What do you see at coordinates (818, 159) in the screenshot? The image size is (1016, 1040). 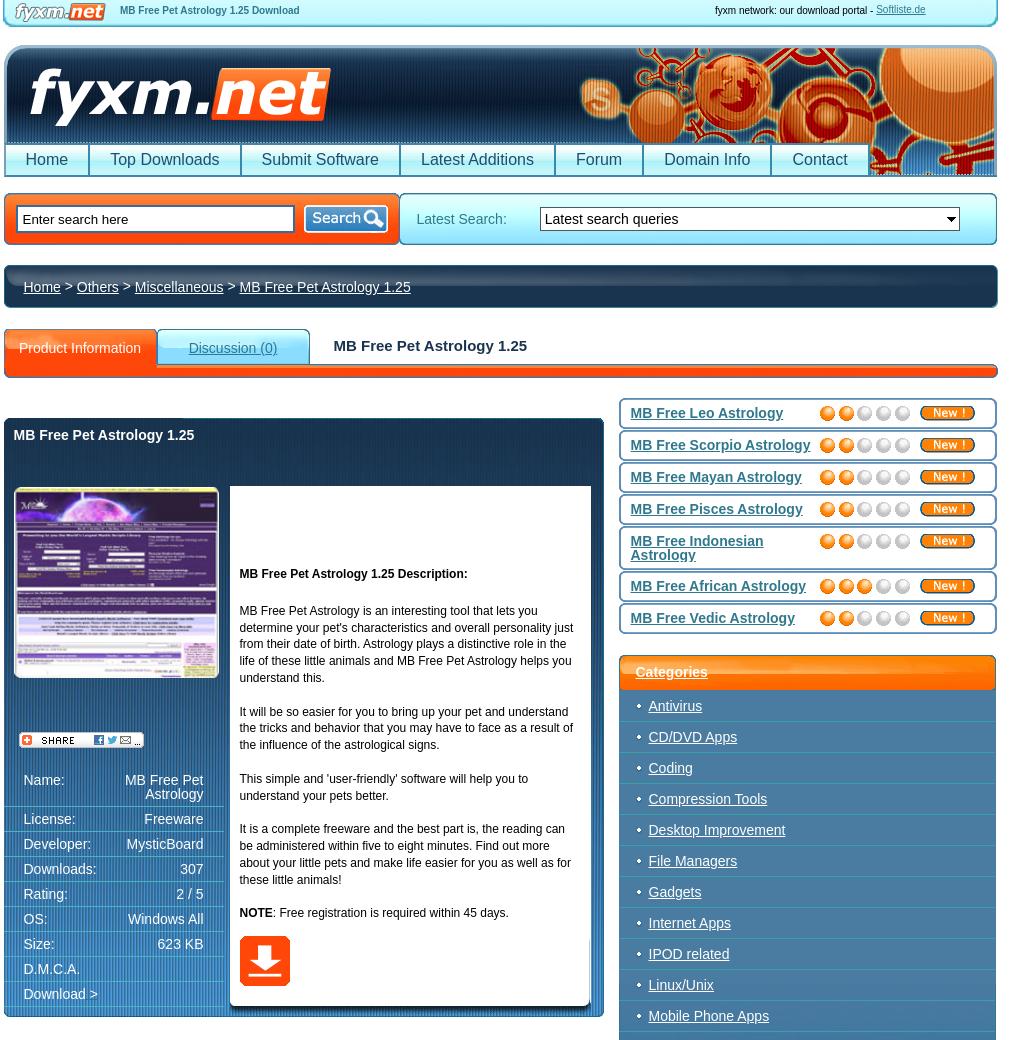 I see `'Contact'` at bounding box center [818, 159].